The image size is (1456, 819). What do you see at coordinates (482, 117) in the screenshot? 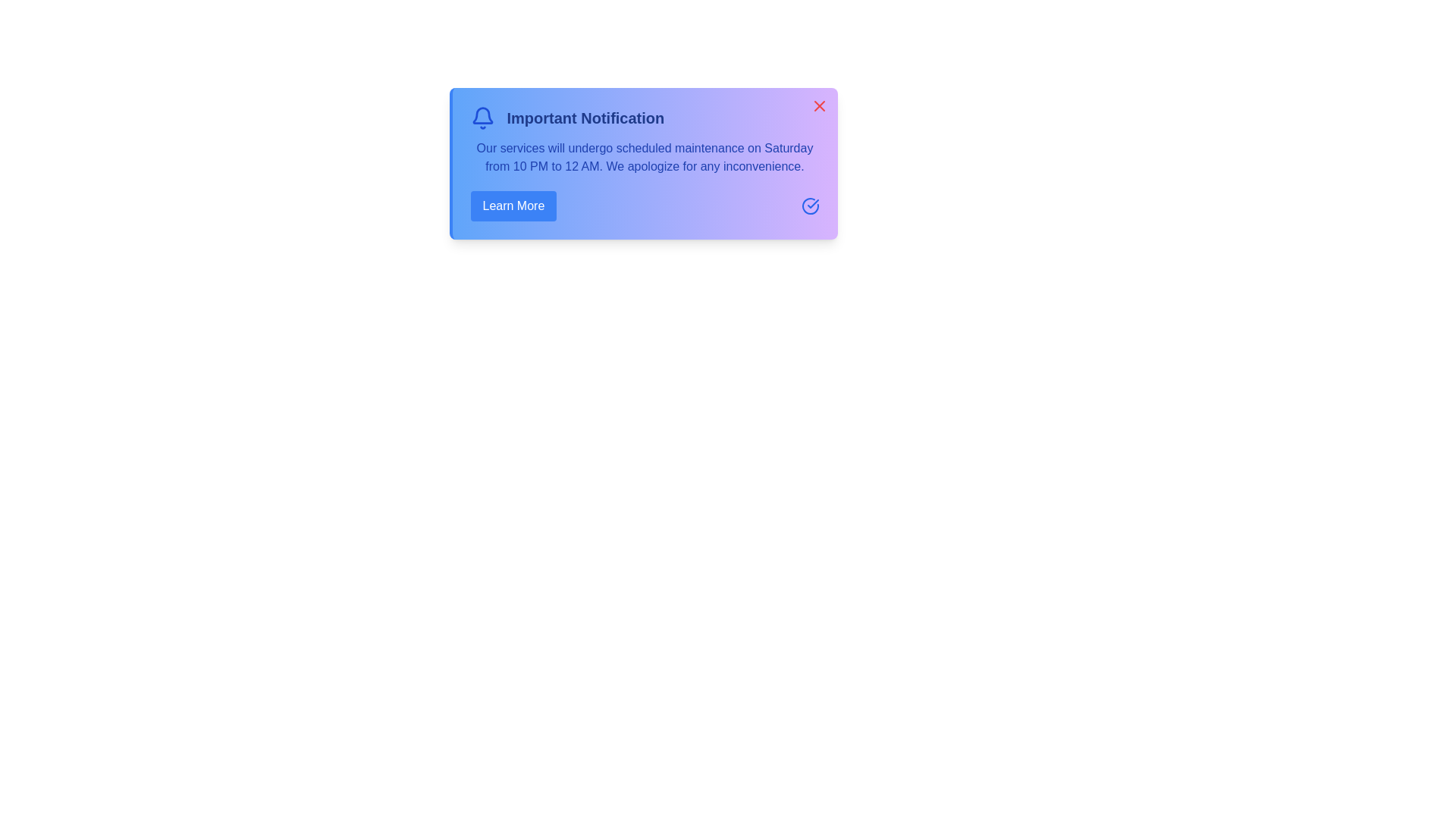
I see `the notification icon by moving the cursor to its center` at bounding box center [482, 117].